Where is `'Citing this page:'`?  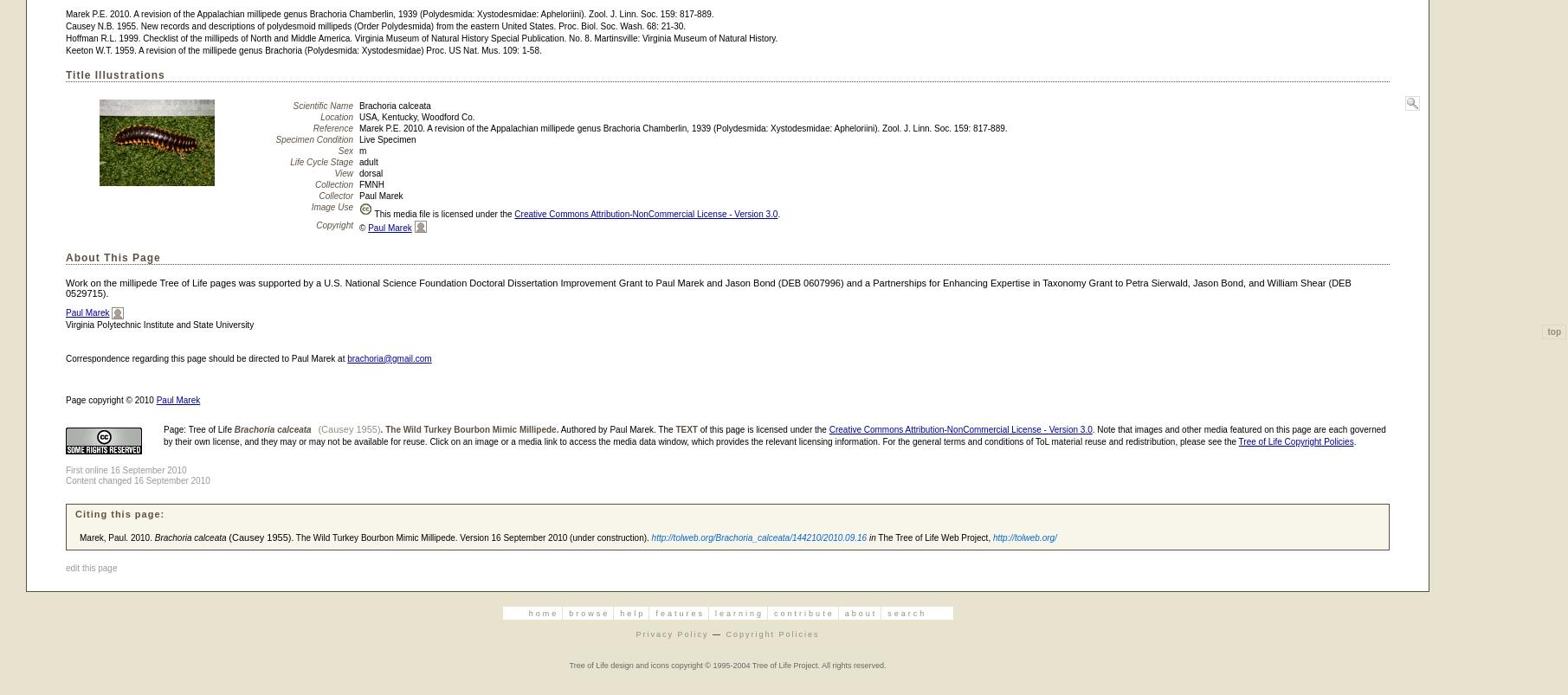 'Citing this page:' is located at coordinates (119, 512).